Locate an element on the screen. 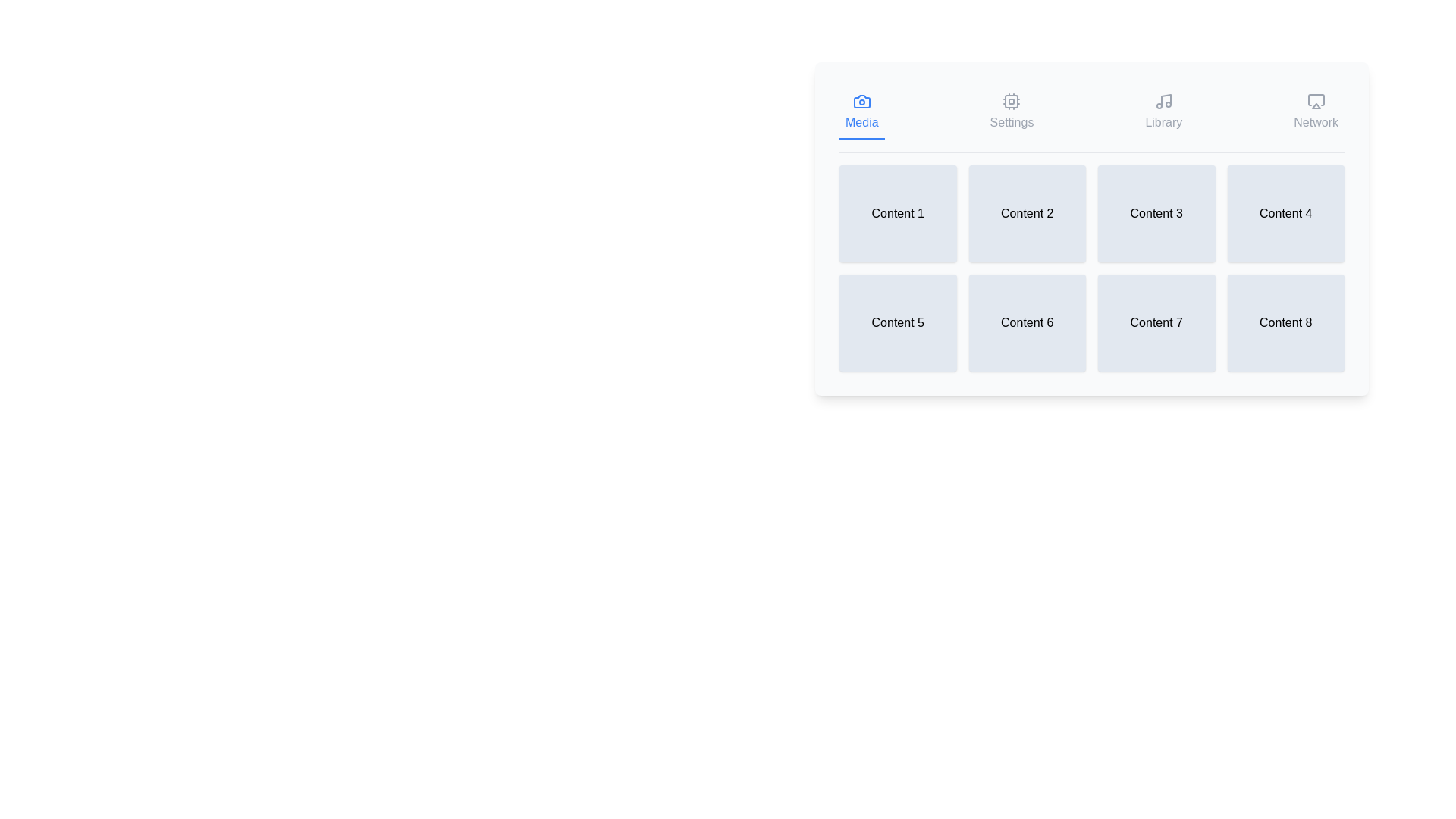 The image size is (1456, 819). the tab labeled Media is located at coordinates (861, 112).